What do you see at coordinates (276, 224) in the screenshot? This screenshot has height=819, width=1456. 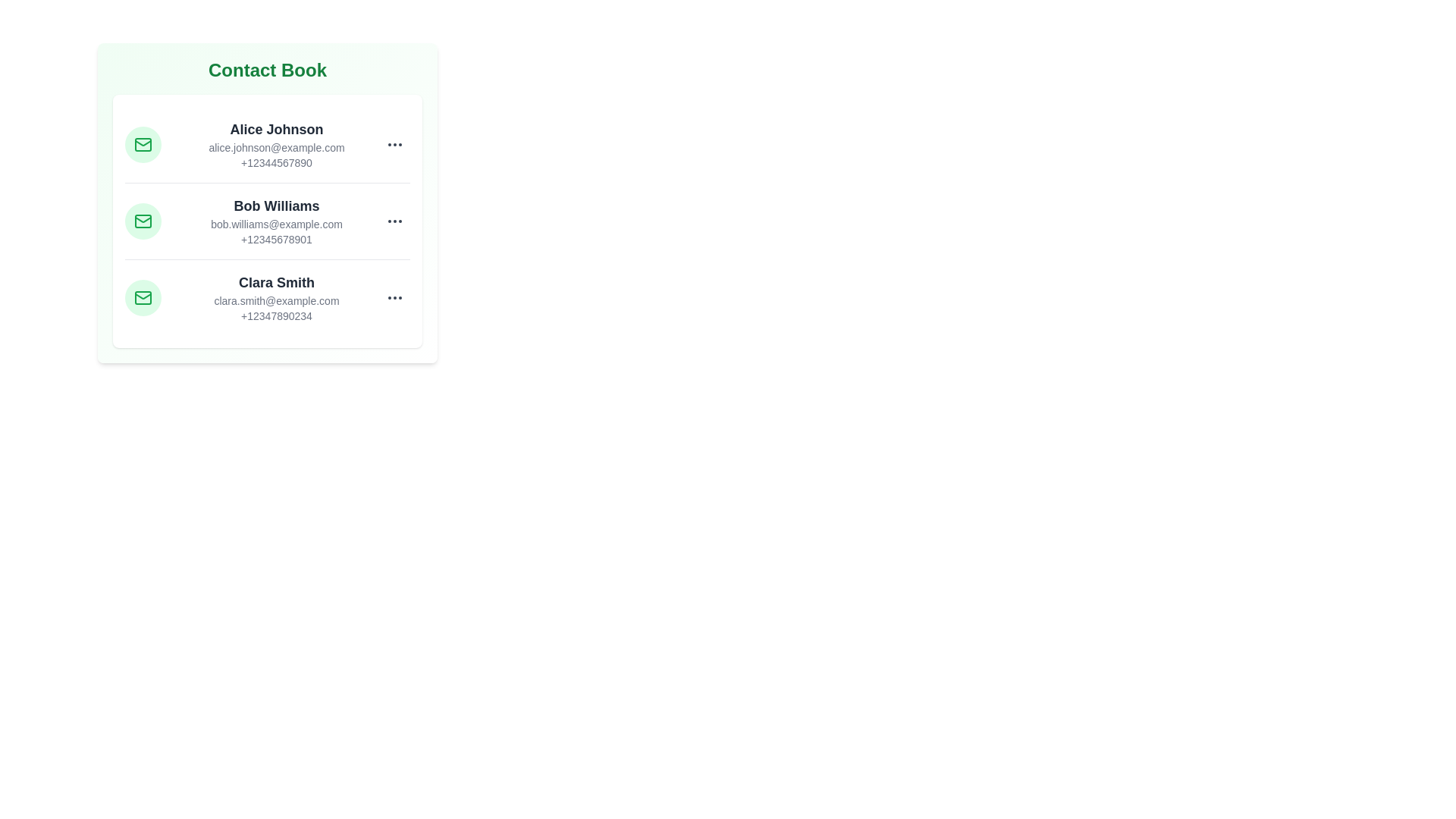 I see `the email of Bob Williams to interact with it` at bounding box center [276, 224].